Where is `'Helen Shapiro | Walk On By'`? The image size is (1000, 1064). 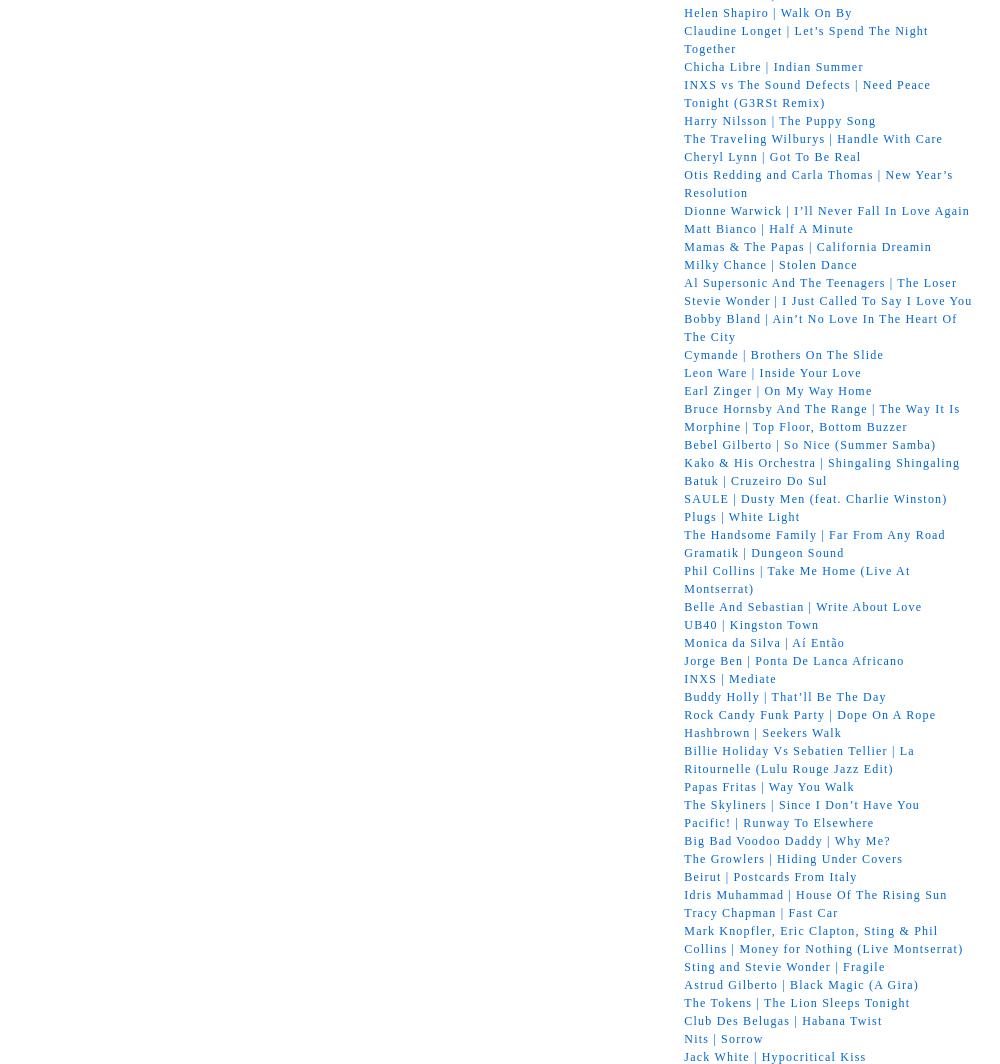
'Helen Shapiro | Walk On By' is located at coordinates (768, 12).